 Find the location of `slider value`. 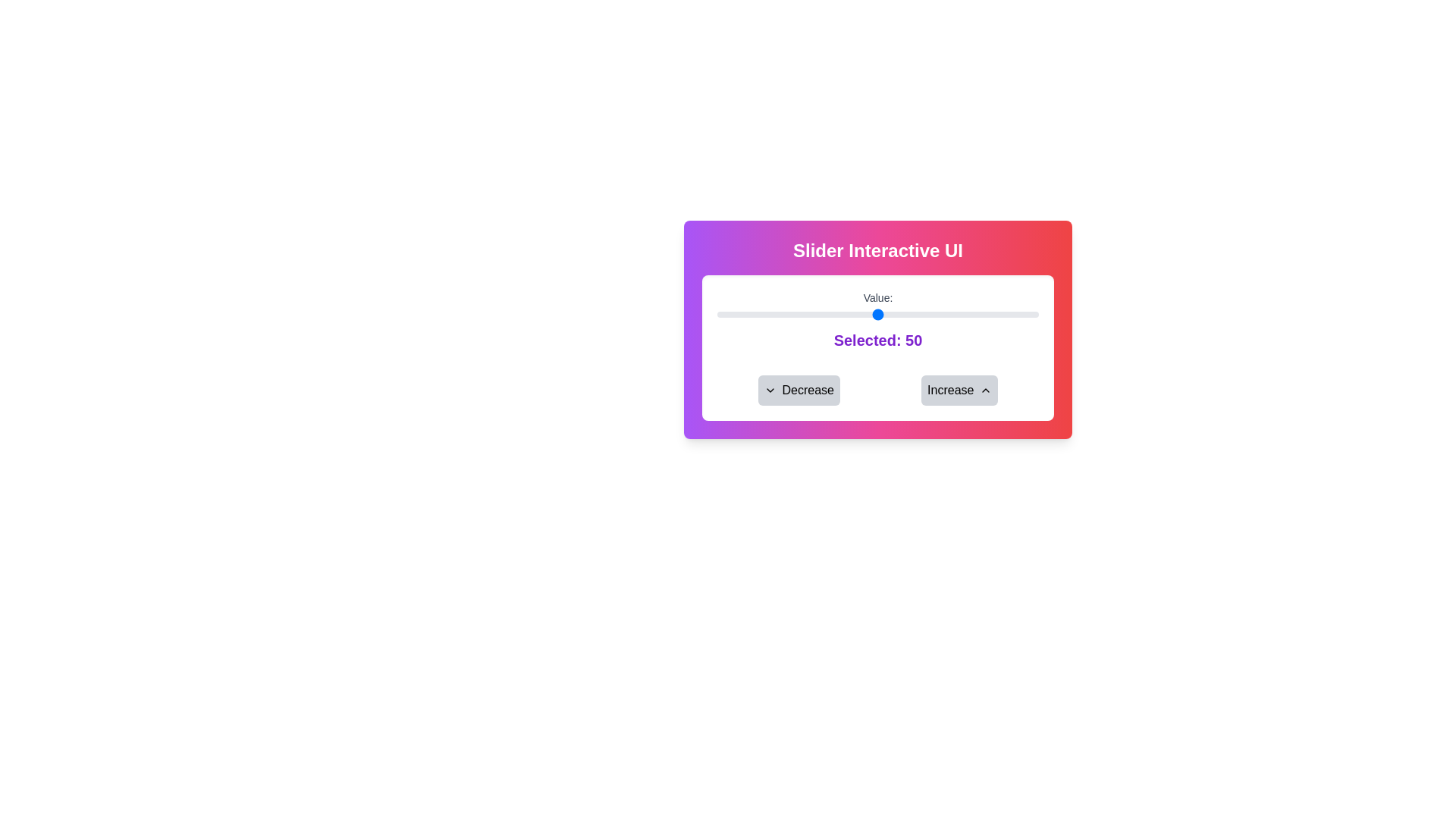

slider value is located at coordinates (733, 314).